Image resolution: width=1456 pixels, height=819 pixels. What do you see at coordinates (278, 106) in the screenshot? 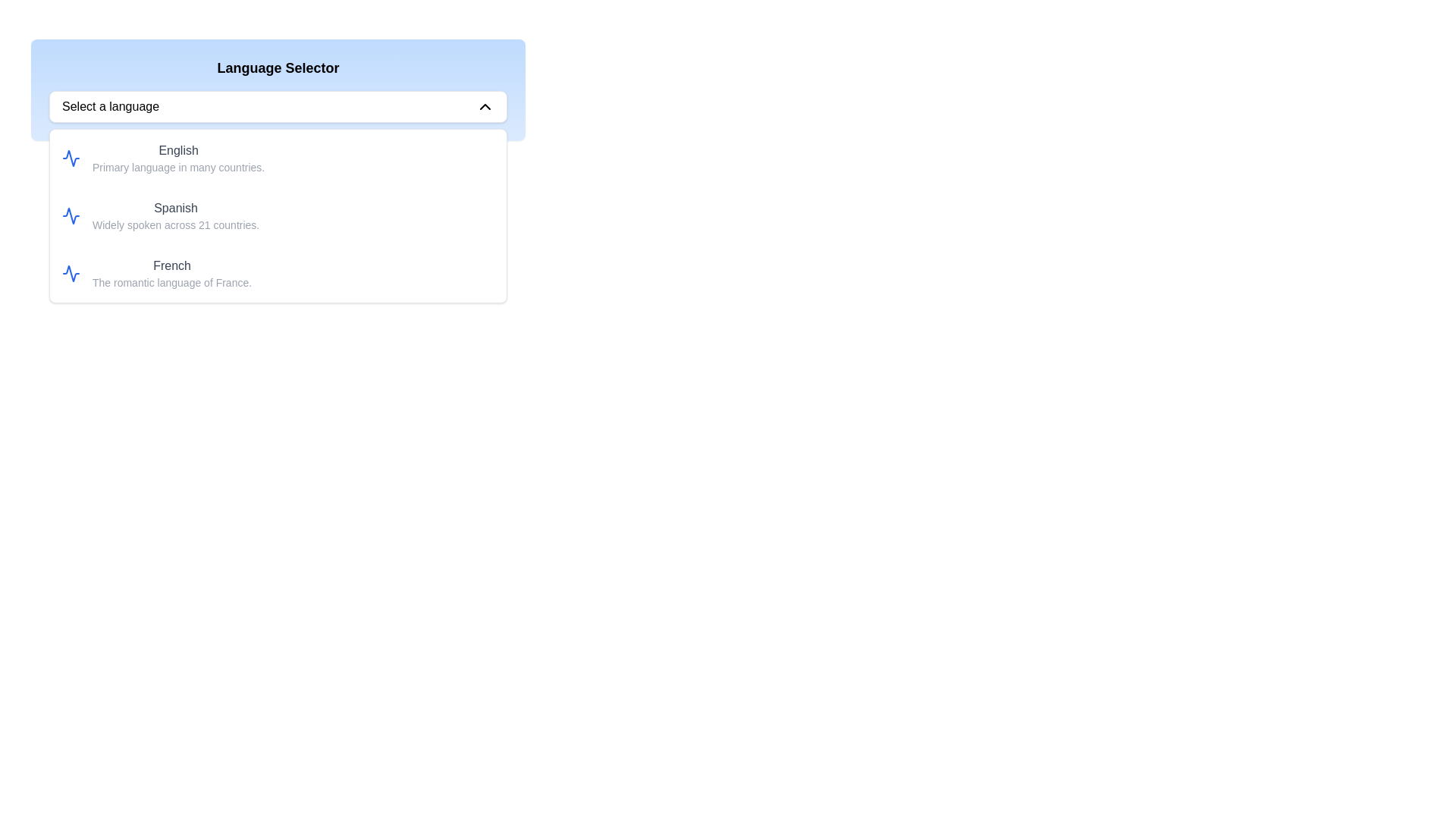
I see `the Dropdown menu button labeled 'Select a language'` at bounding box center [278, 106].